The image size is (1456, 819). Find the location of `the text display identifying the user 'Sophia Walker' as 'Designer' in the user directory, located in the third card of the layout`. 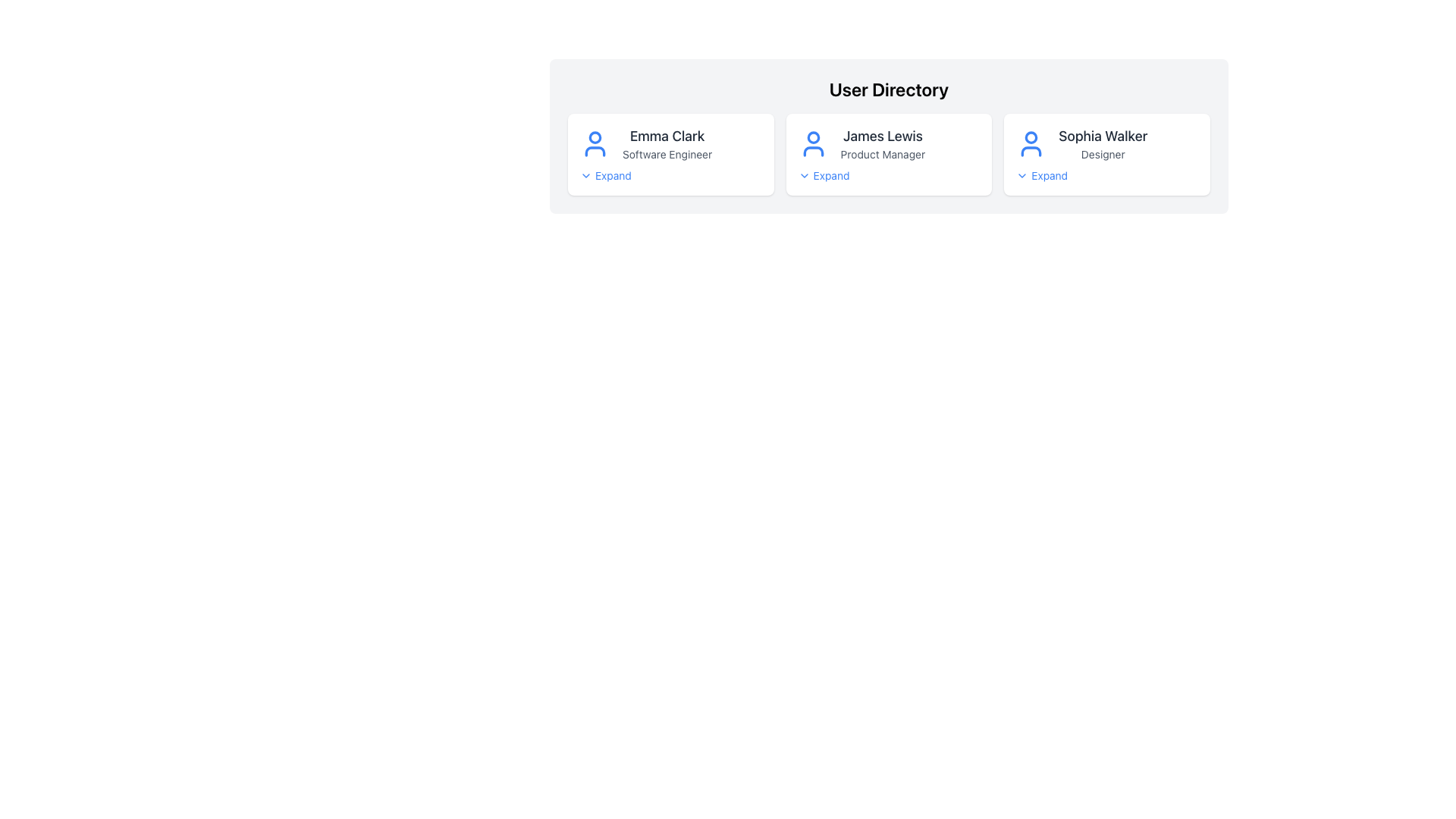

the text display identifying the user 'Sophia Walker' as 'Designer' in the user directory, located in the third card of the layout is located at coordinates (1103, 143).